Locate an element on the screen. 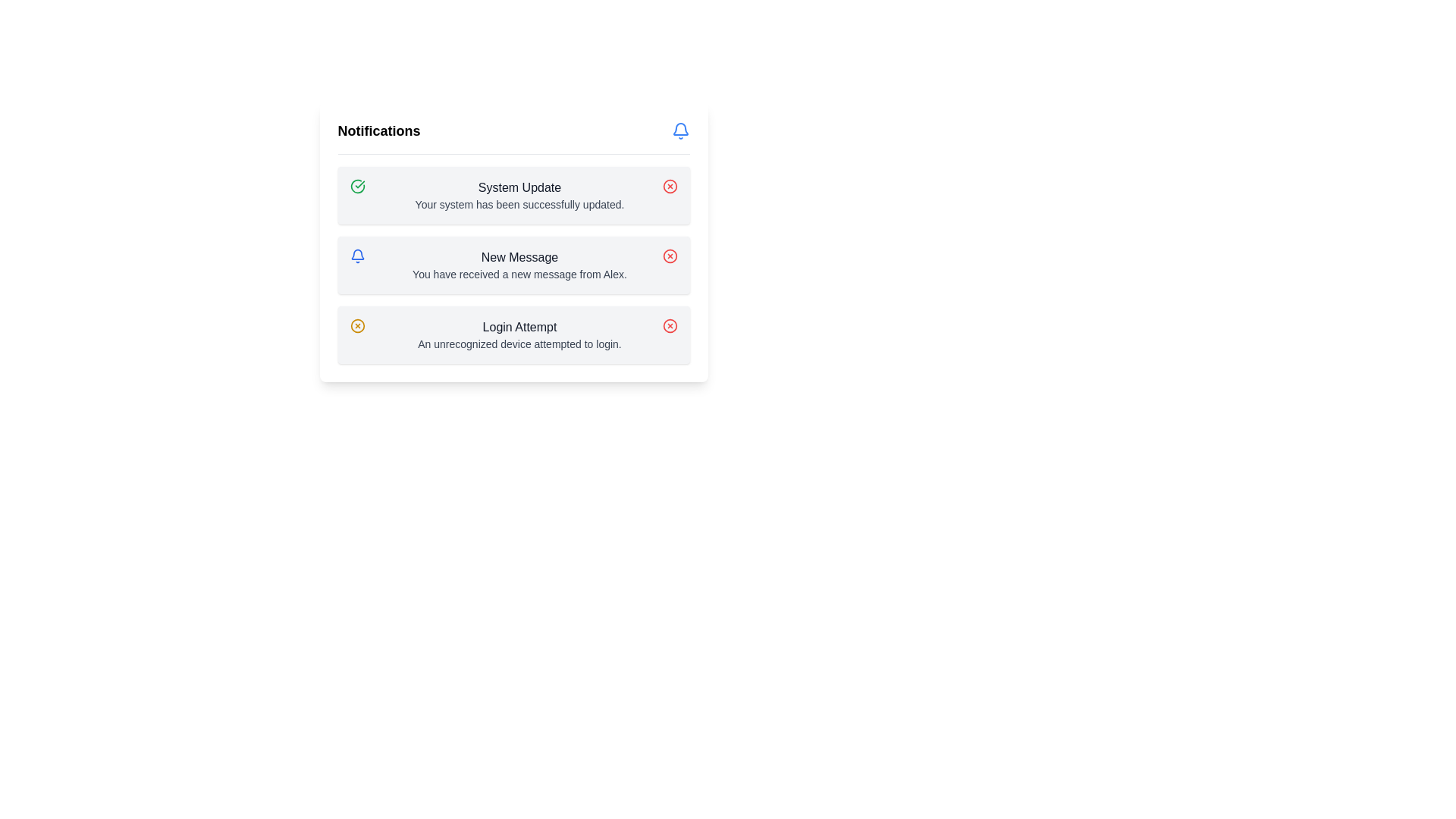 This screenshot has width=1456, height=819. the security-related notification card regarding the unsuccessful login attempt, which is the third card in a vertical stack of notifications is located at coordinates (513, 334).